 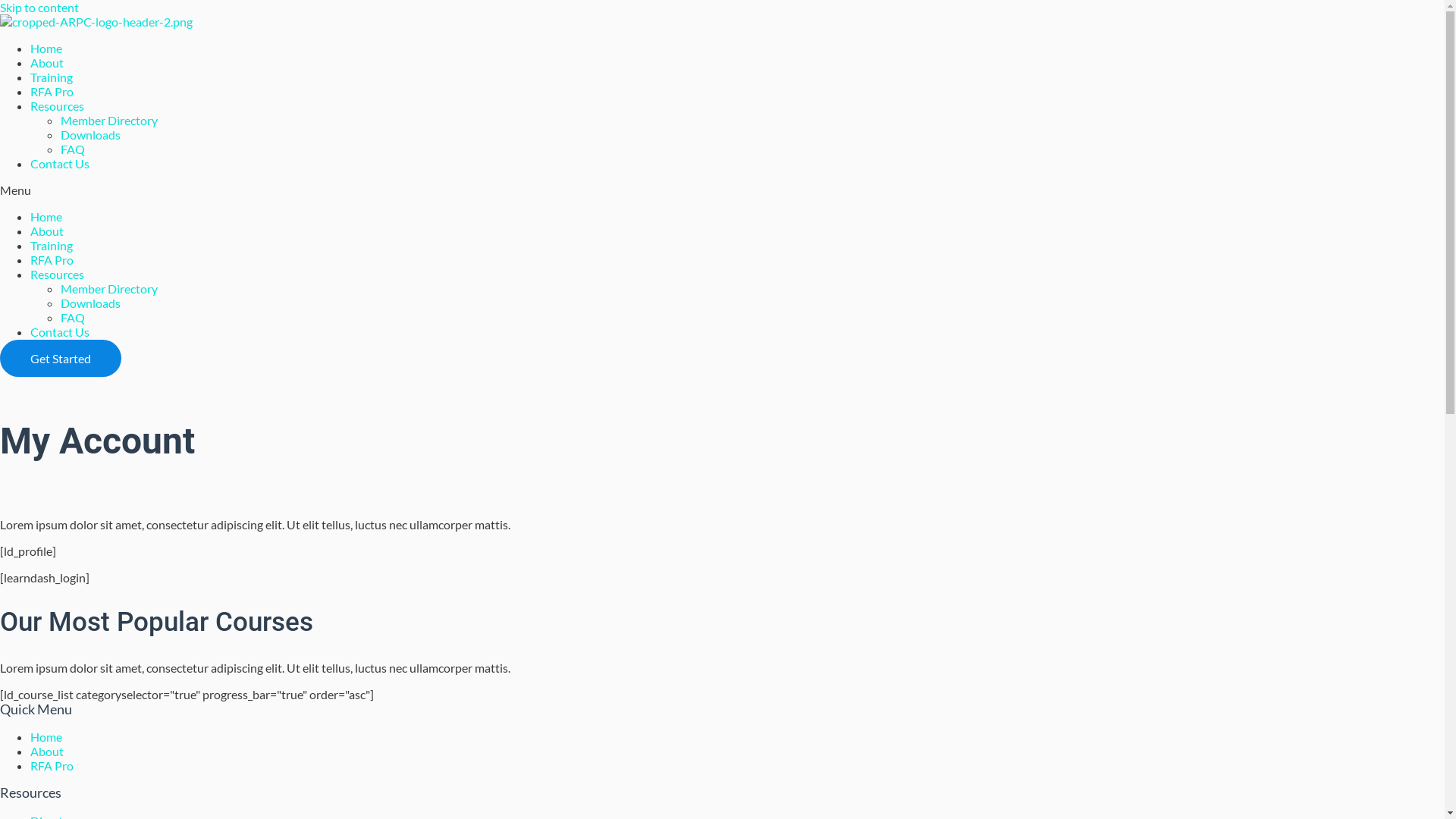 What do you see at coordinates (57, 105) in the screenshot?
I see `'Resources'` at bounding box center [57, 105].